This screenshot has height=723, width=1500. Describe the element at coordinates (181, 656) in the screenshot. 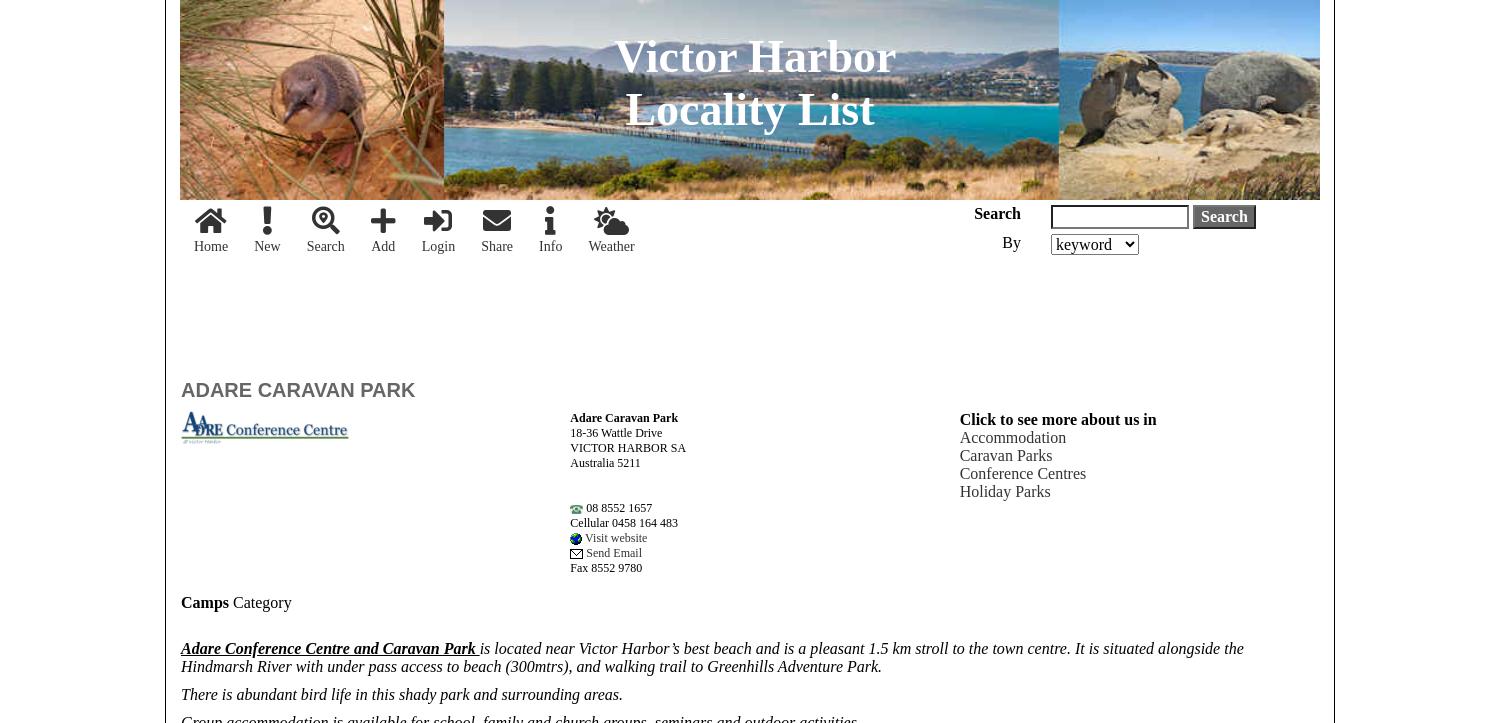

I see `'is located near Victor Harbor’s best beach and is a pleasant 1.5 km stroll to the town centre. It is situated alongside the Hindmarsh River with under pass access to beach (300mtrs), and walking trail to Greenhills Adventure Park.'` at that location.